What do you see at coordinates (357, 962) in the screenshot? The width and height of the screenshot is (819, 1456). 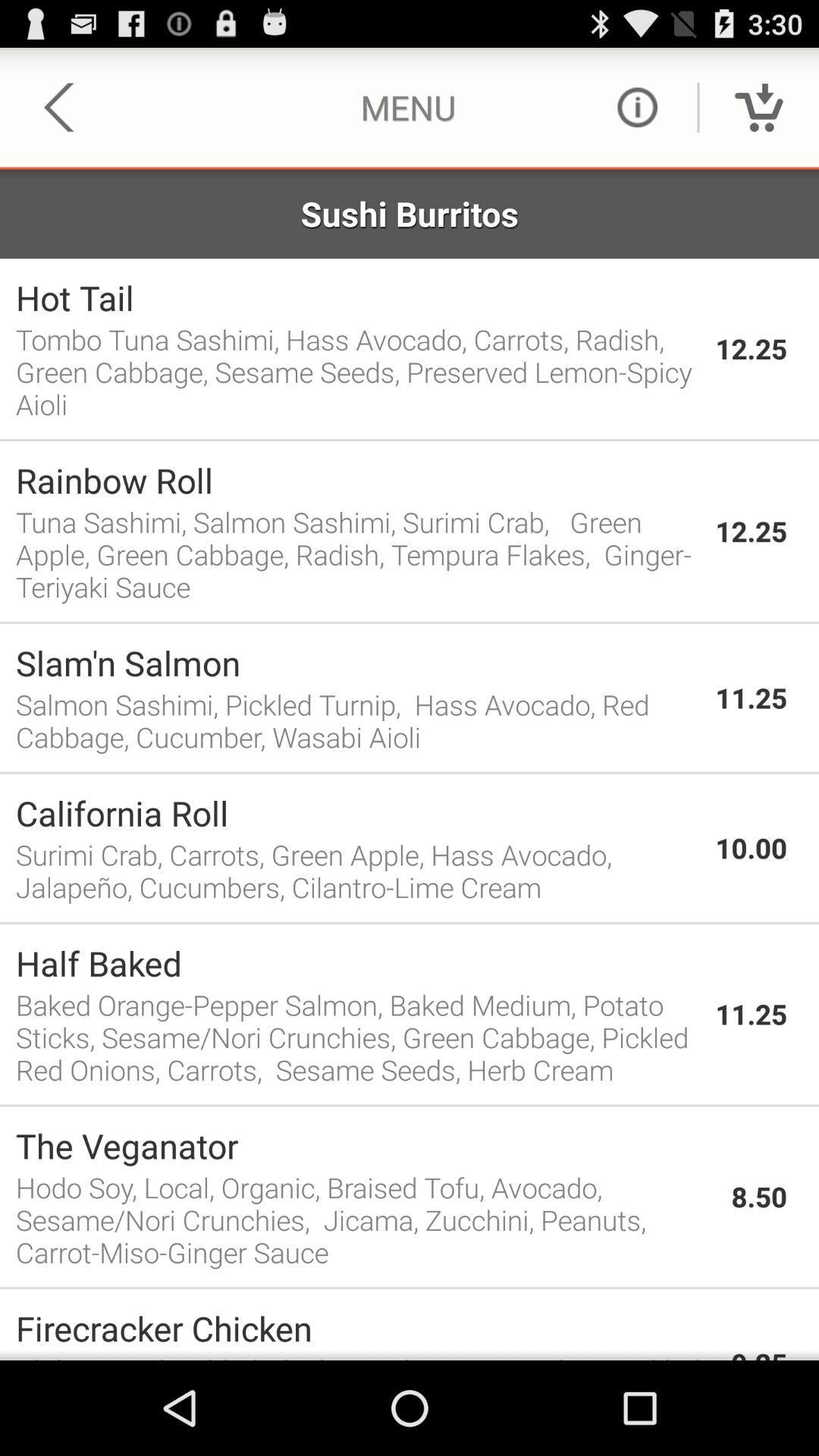 I see `the icon above baked orange pepper icon` at bounding box center [357, 962].